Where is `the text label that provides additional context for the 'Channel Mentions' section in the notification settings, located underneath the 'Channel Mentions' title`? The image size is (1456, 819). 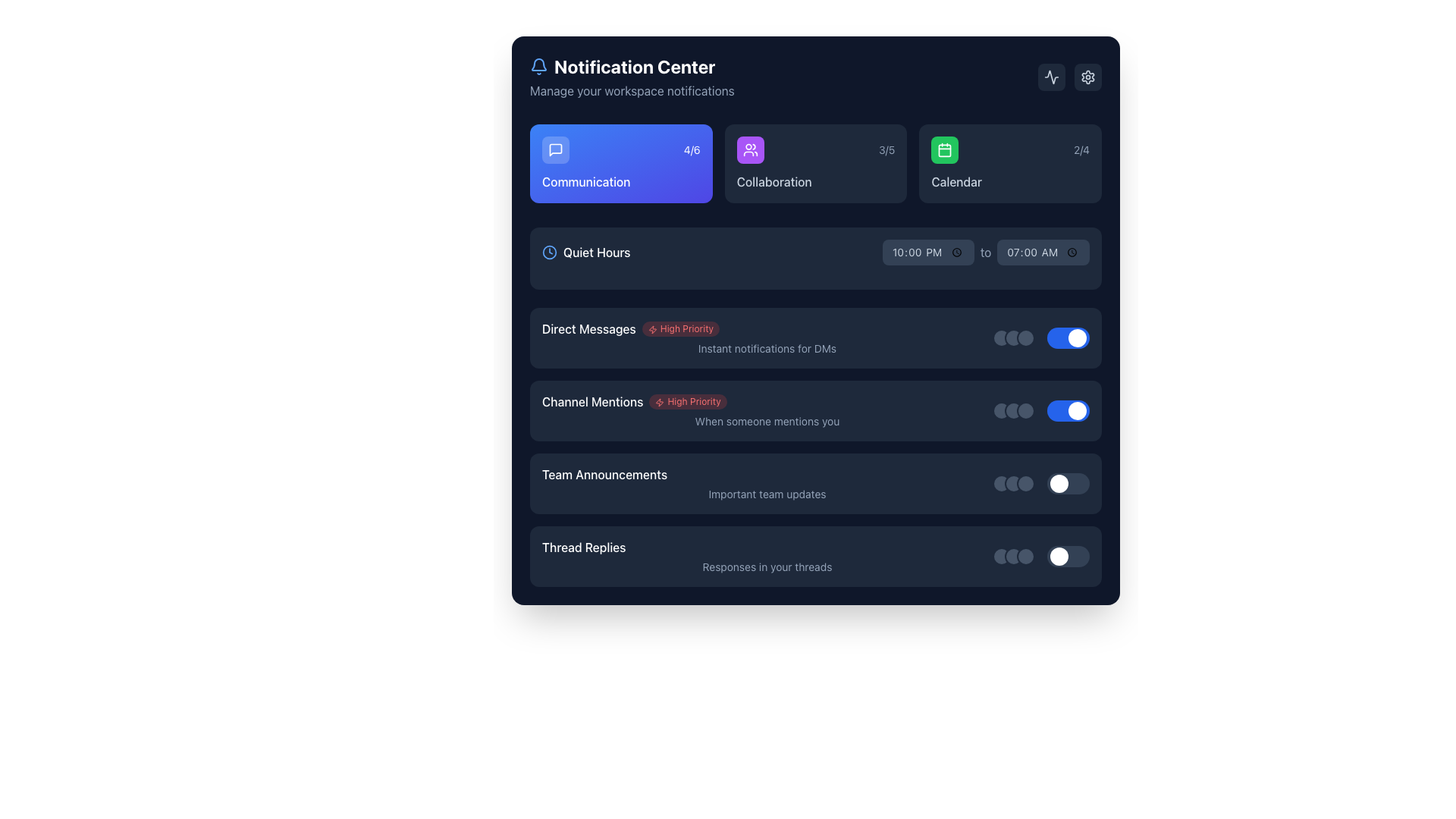 the text label that provides additional context for the 'Channel Mentions' section in the notification settings, located underneath the 'Channel Mentions' title is located at coordinates (767, 421).